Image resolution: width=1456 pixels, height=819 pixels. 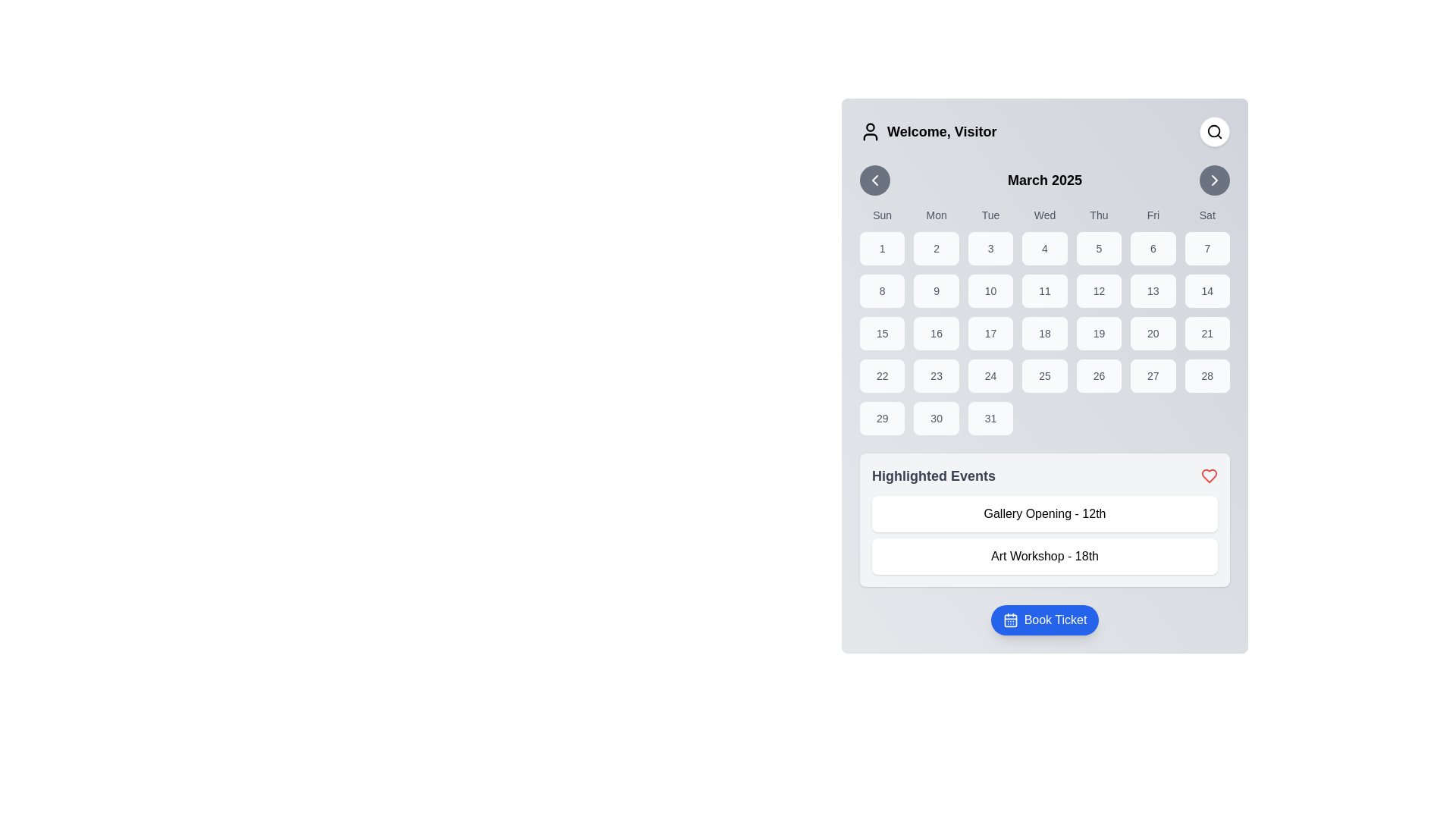 What do you see at coordinates (882, 291) in the screenshot?
I see `the button representing the 8th day of the month in the date picker, located in the third row and first column under the 'Sun' label` at bounding box center [882, 291].